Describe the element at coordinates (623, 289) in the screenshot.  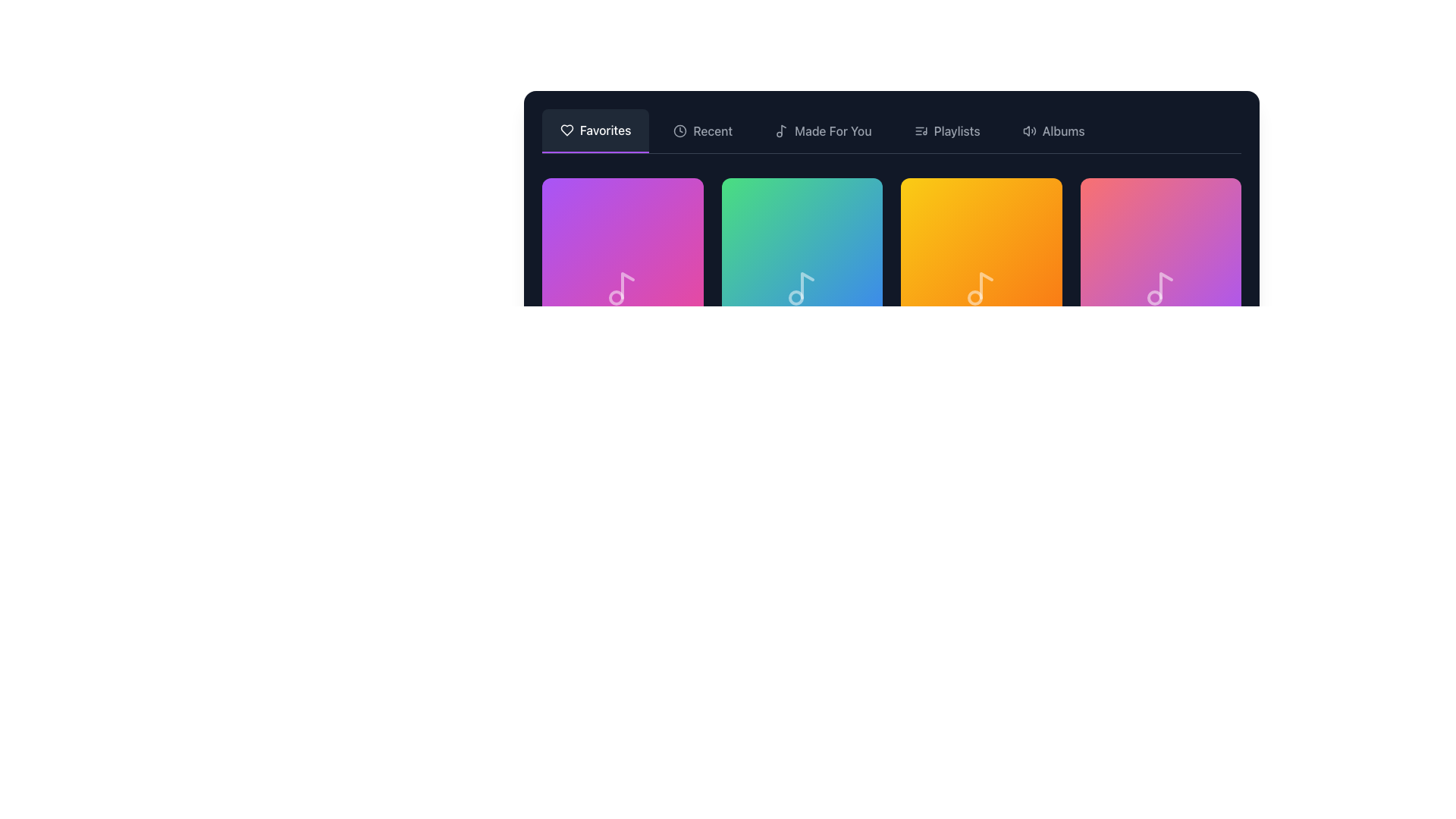
I see `the music note icon displayed in a light color on a vibrant pink background, located in the first card of a row of cards under the navigation bar` at that location.